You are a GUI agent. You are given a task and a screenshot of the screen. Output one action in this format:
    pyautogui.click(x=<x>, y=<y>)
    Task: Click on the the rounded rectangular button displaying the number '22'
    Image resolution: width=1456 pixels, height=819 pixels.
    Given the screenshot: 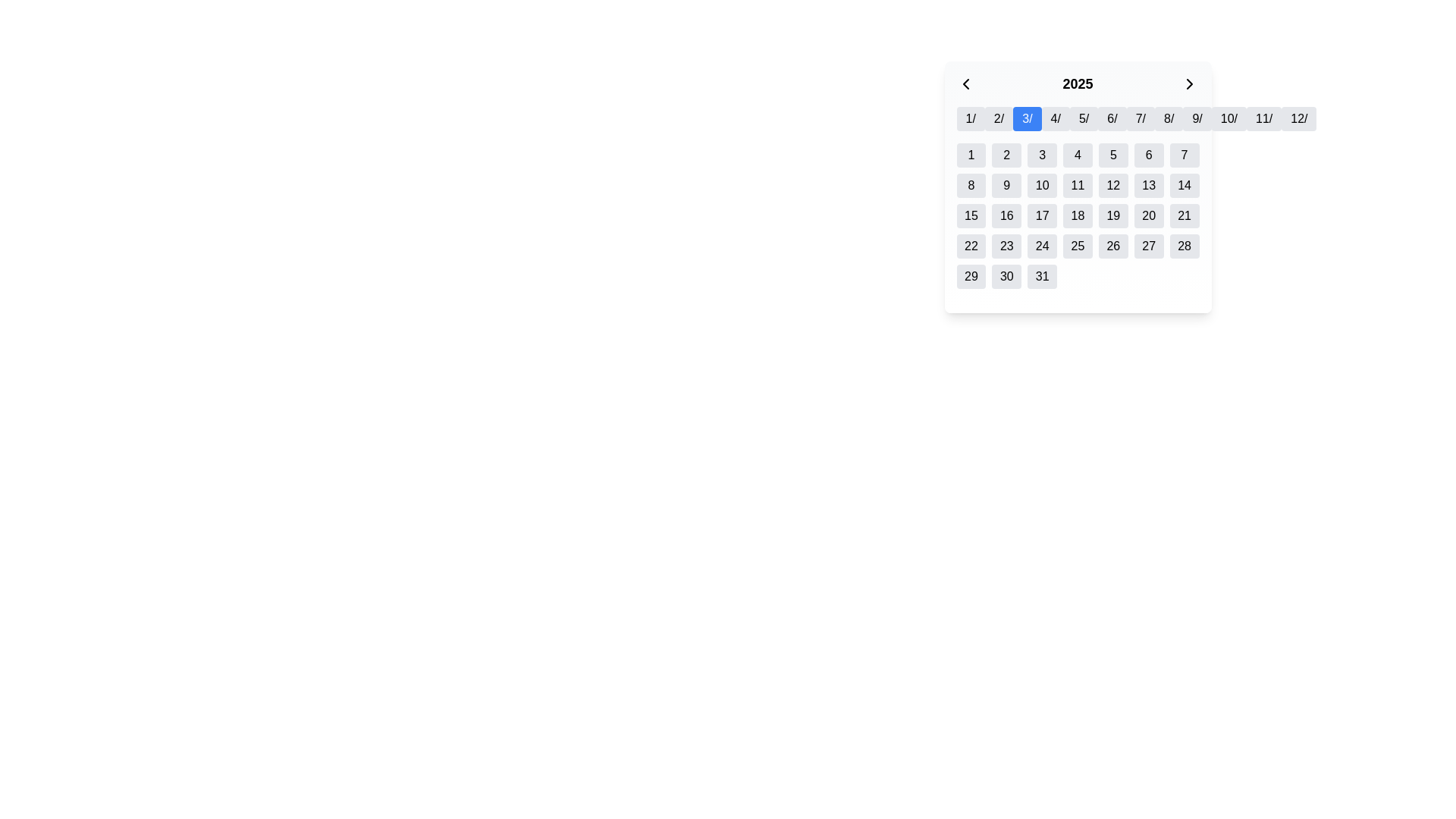 What is the action you would take?
    pyautogui.click(x=971, y=245)
    